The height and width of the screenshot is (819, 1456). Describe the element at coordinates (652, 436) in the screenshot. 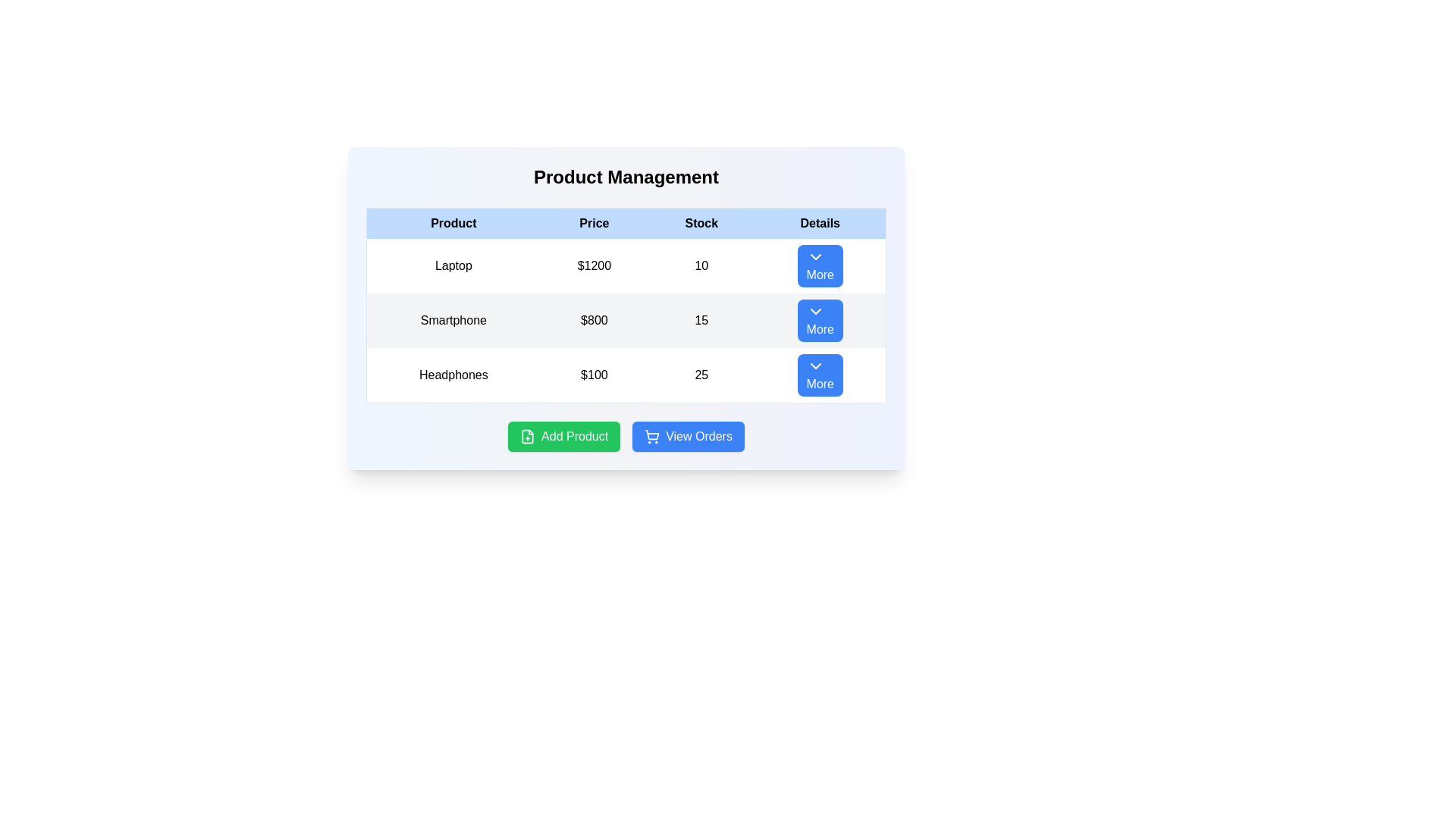

I see `the shopping cart icon that is part of the 'View Orders' button, located to the left of the button text` at that location.